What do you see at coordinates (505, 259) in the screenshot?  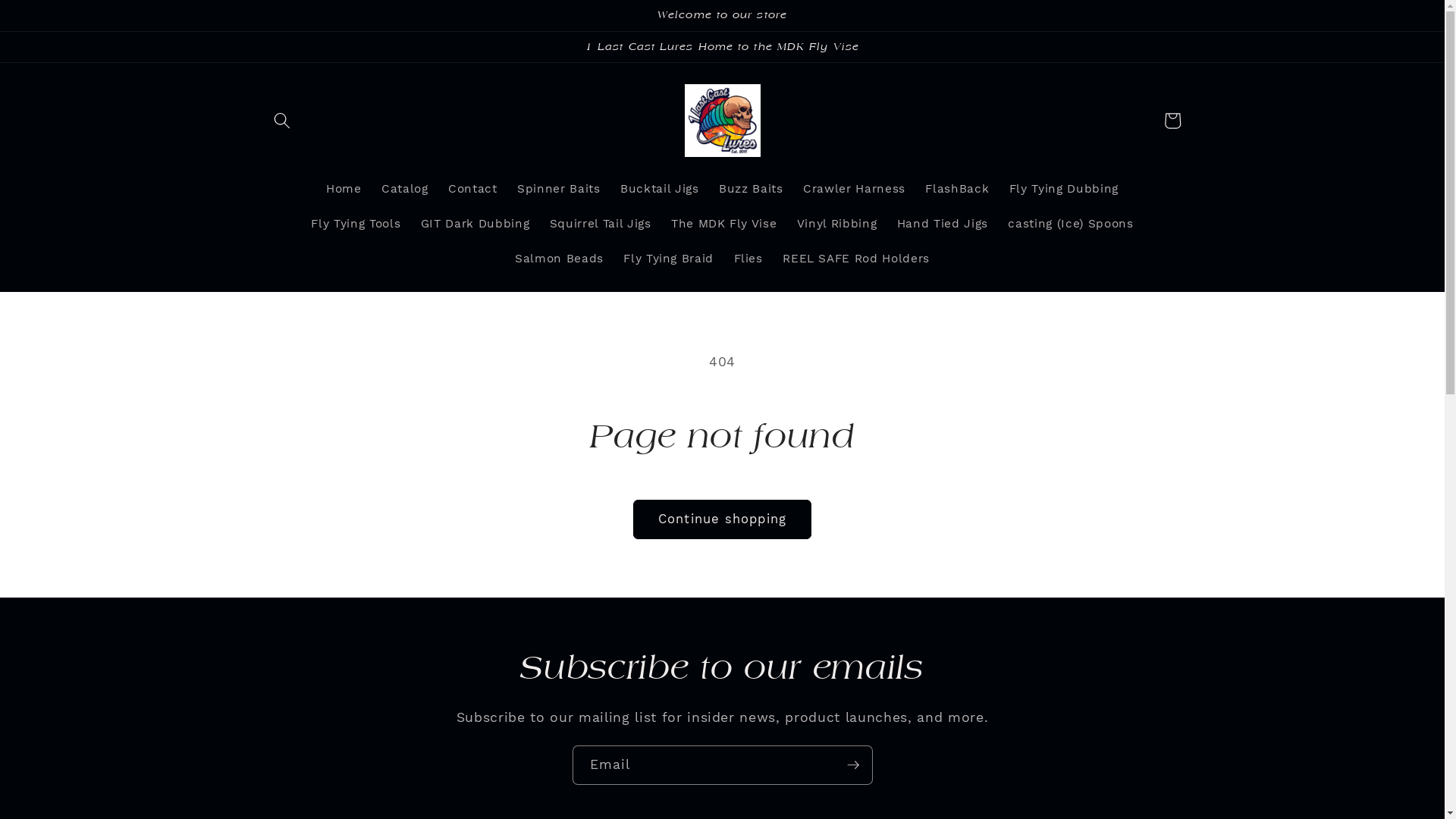 I see `'Salmon Beads'` at bounding box center [505, 259].